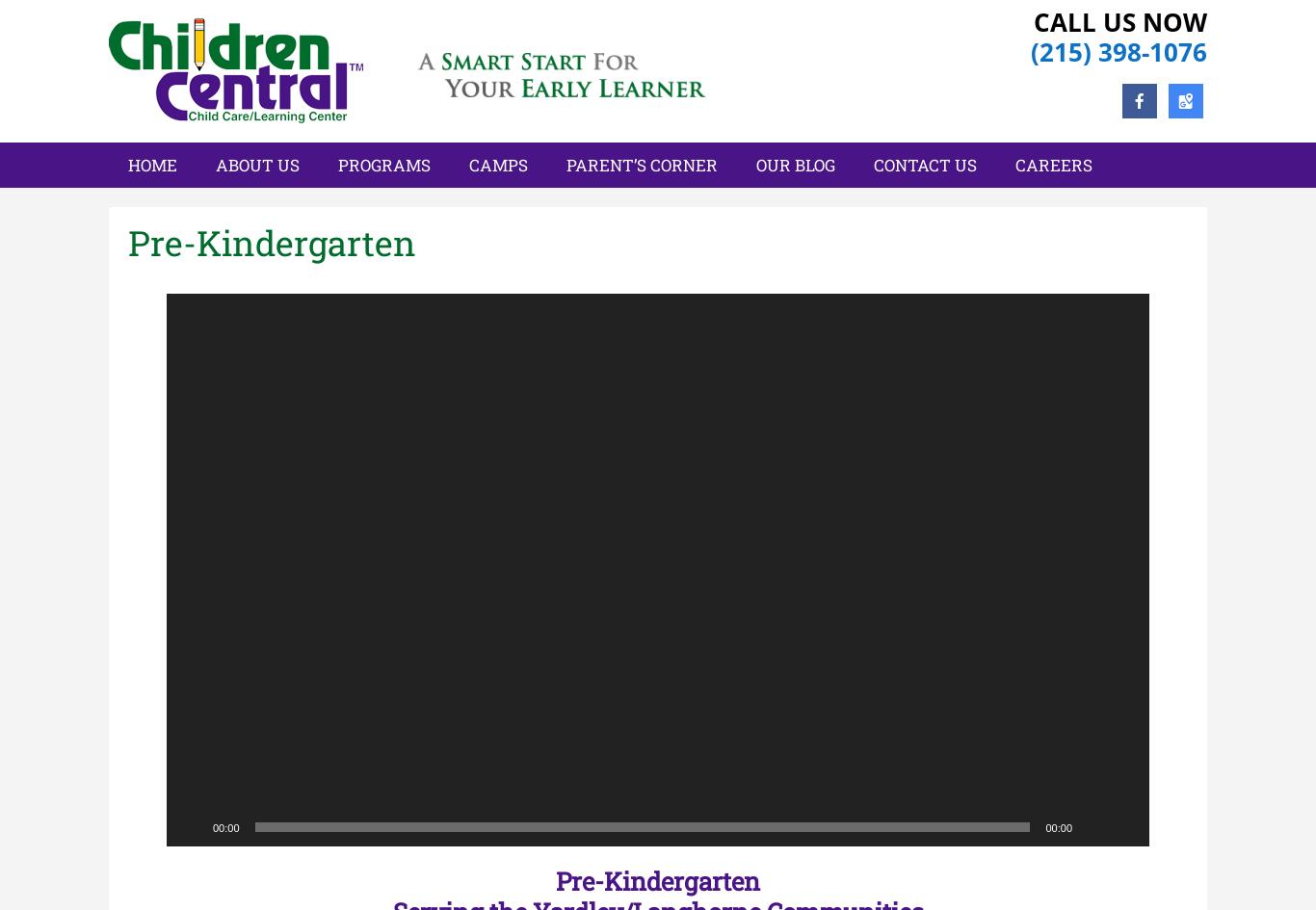 The height and width of the screenshot is (910, 1316). What do you see at coordinates (498, 165) in the screenshot?
I see `'Camps'` at bounding box center [498, 165].